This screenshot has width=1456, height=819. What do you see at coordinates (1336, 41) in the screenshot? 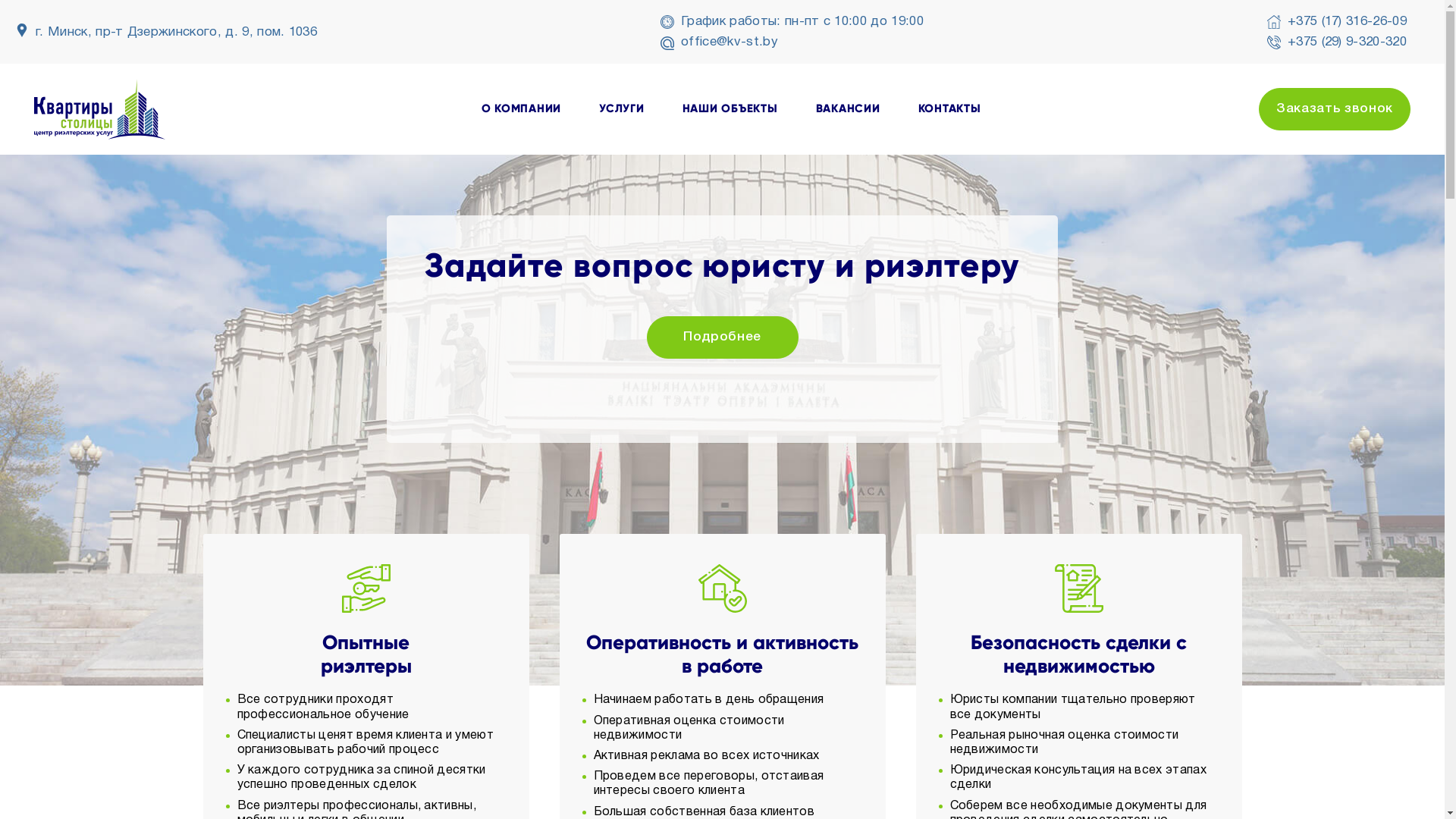
I see `'+375 (29) 9-320-320'` at bounding box center [1336, 41].